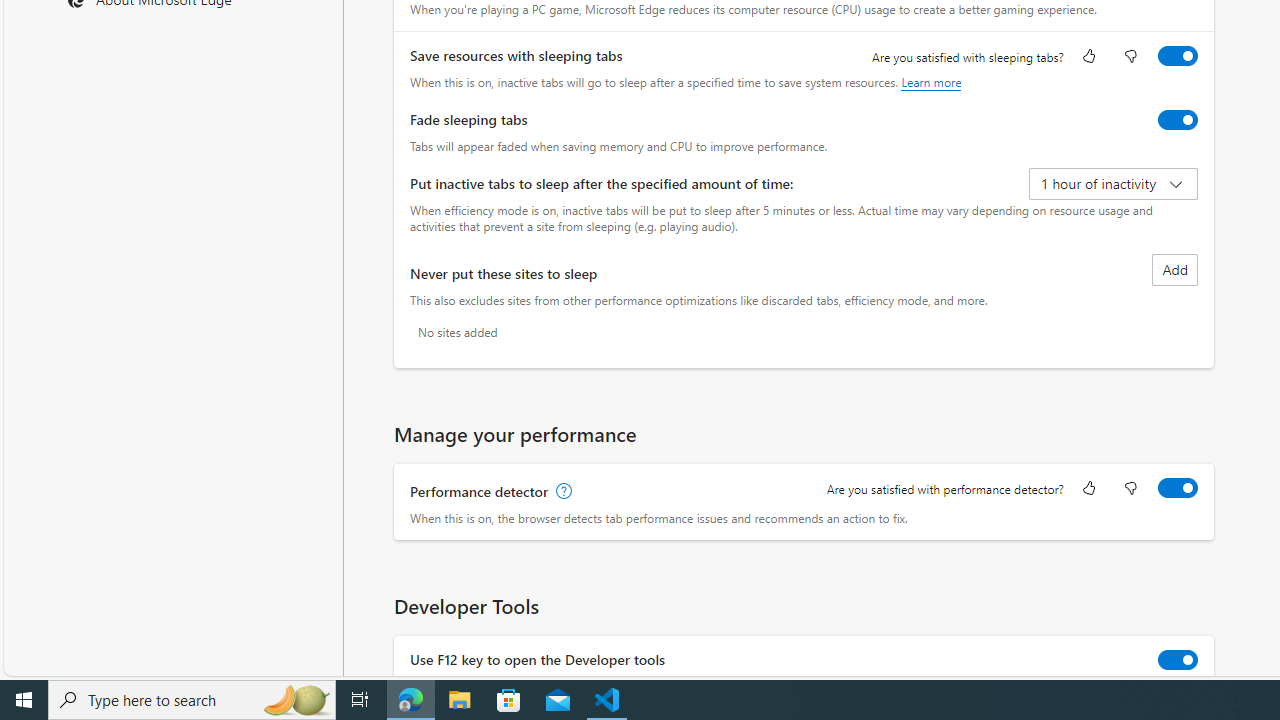  Describe the element at coordinates (1175, 270) in the screenshot. I see `'Add site to never put these sites to sleep list'` at that location.